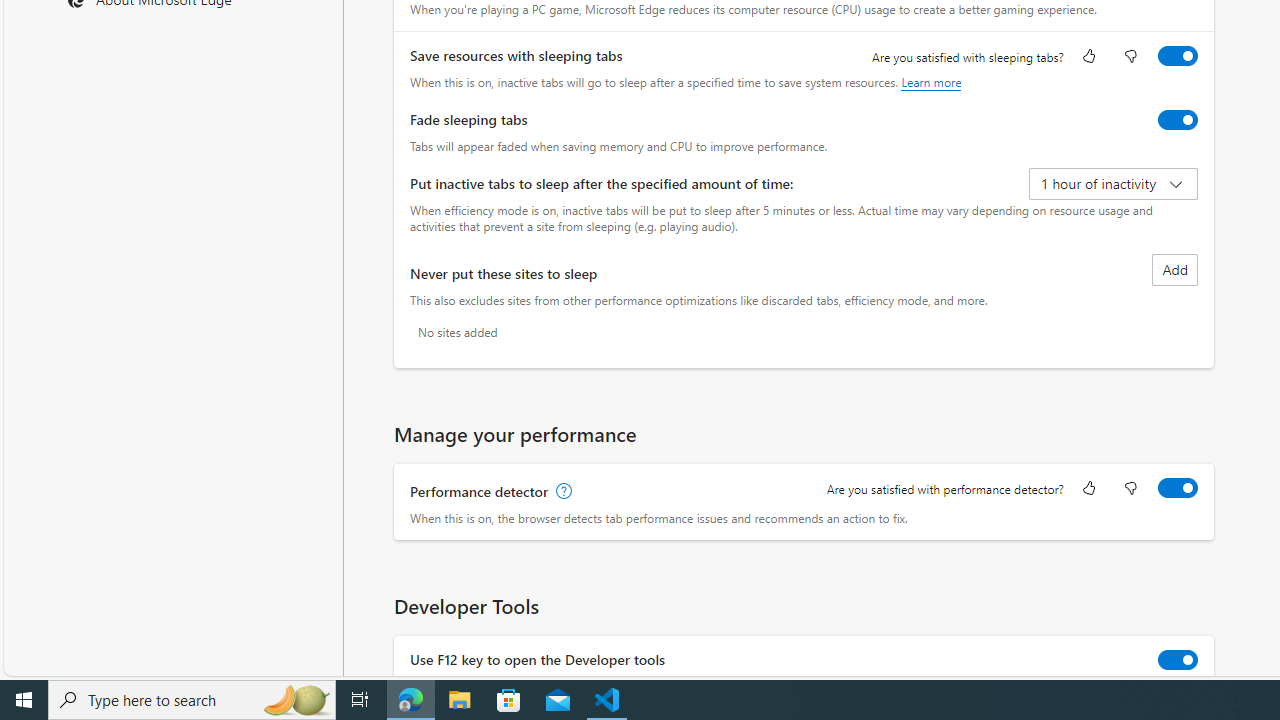  Describe the element at coordinates (1175, 270) in the screenshot. I see `'Add site to never put these sites to sleep list'` at that location.